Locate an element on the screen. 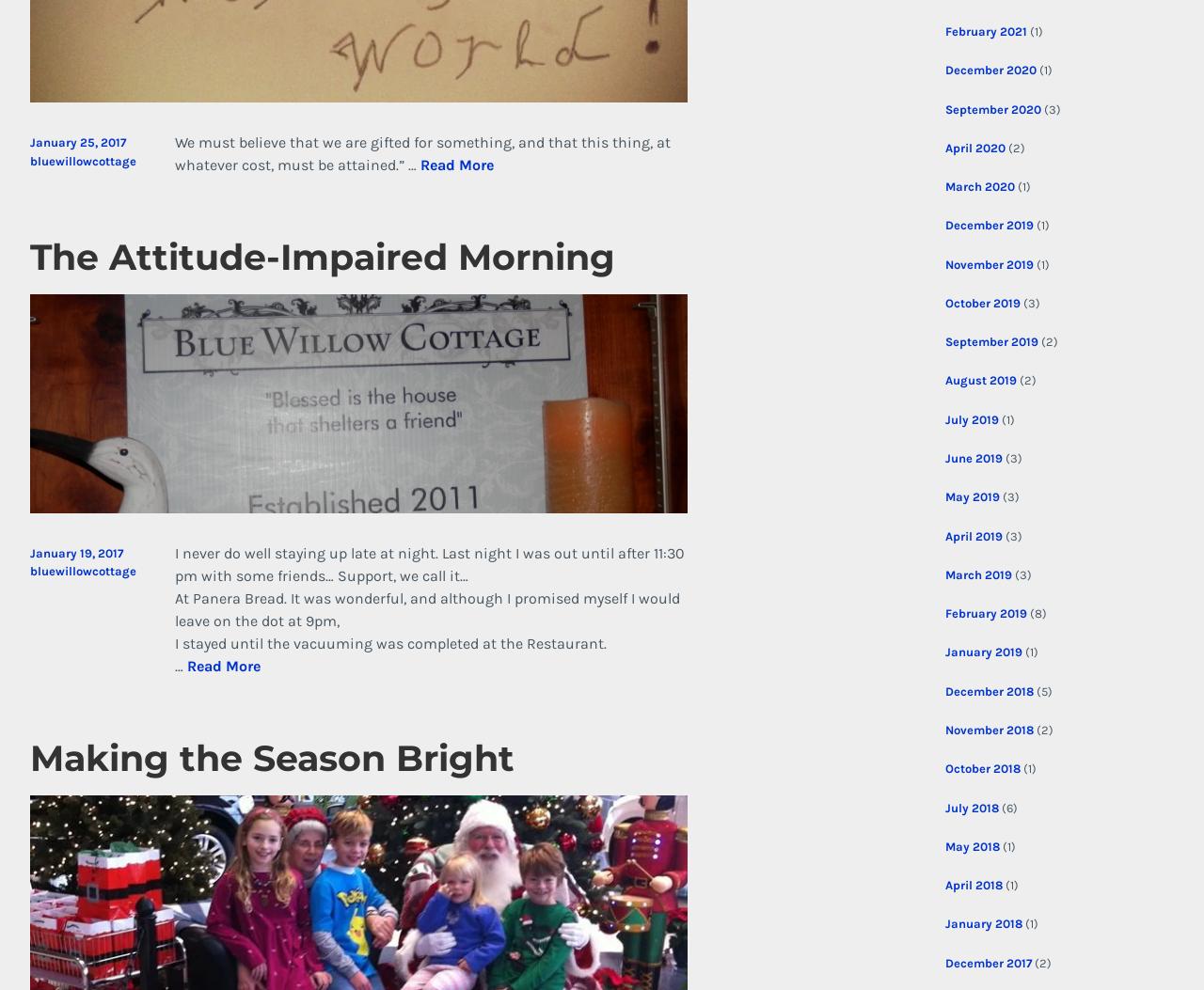 The height and width of the screenshot is (990, 1204). 'May 2018' is located at coordinates (944, 845).